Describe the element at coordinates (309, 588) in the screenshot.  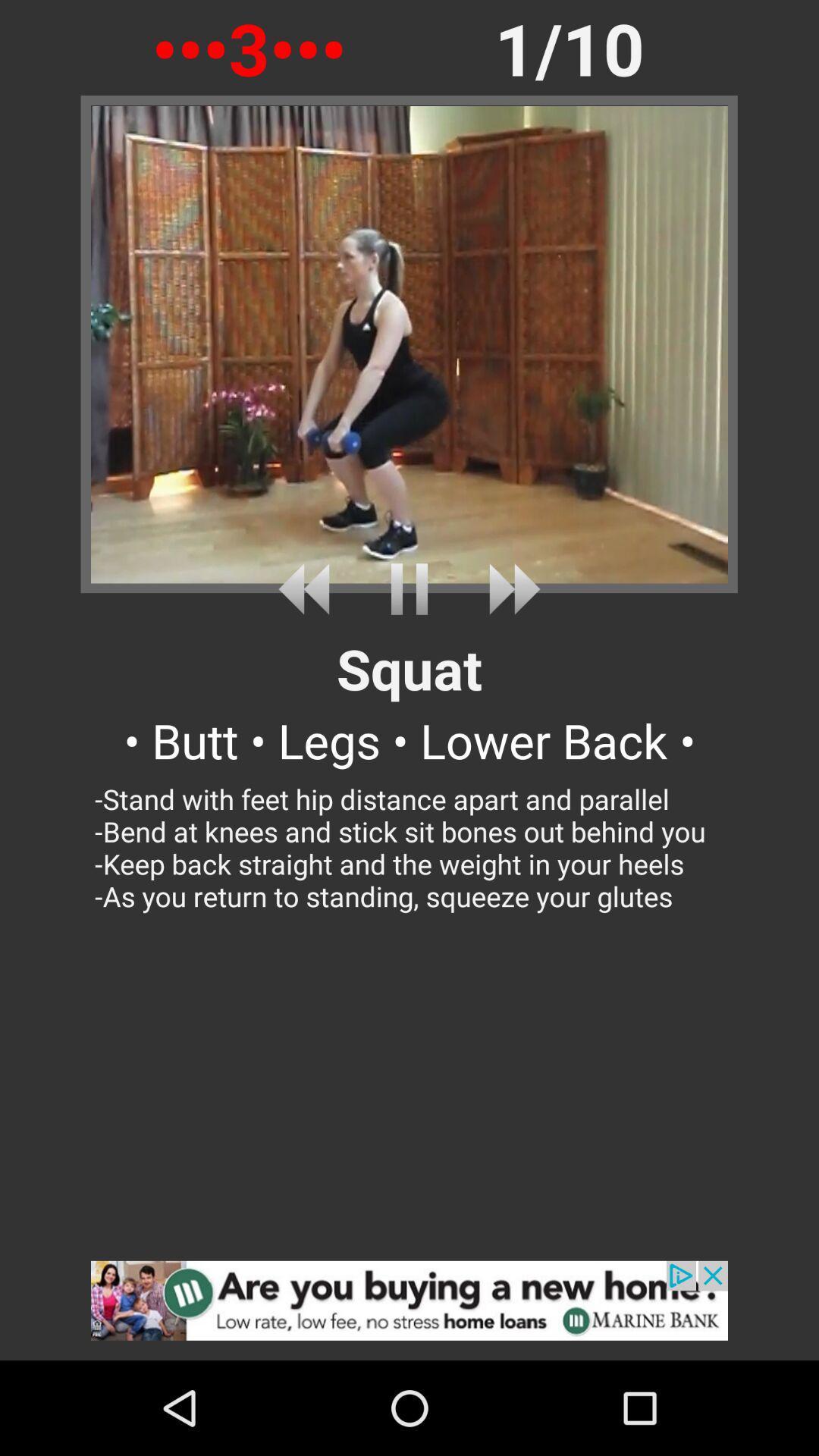
I see `rewind` at that location.